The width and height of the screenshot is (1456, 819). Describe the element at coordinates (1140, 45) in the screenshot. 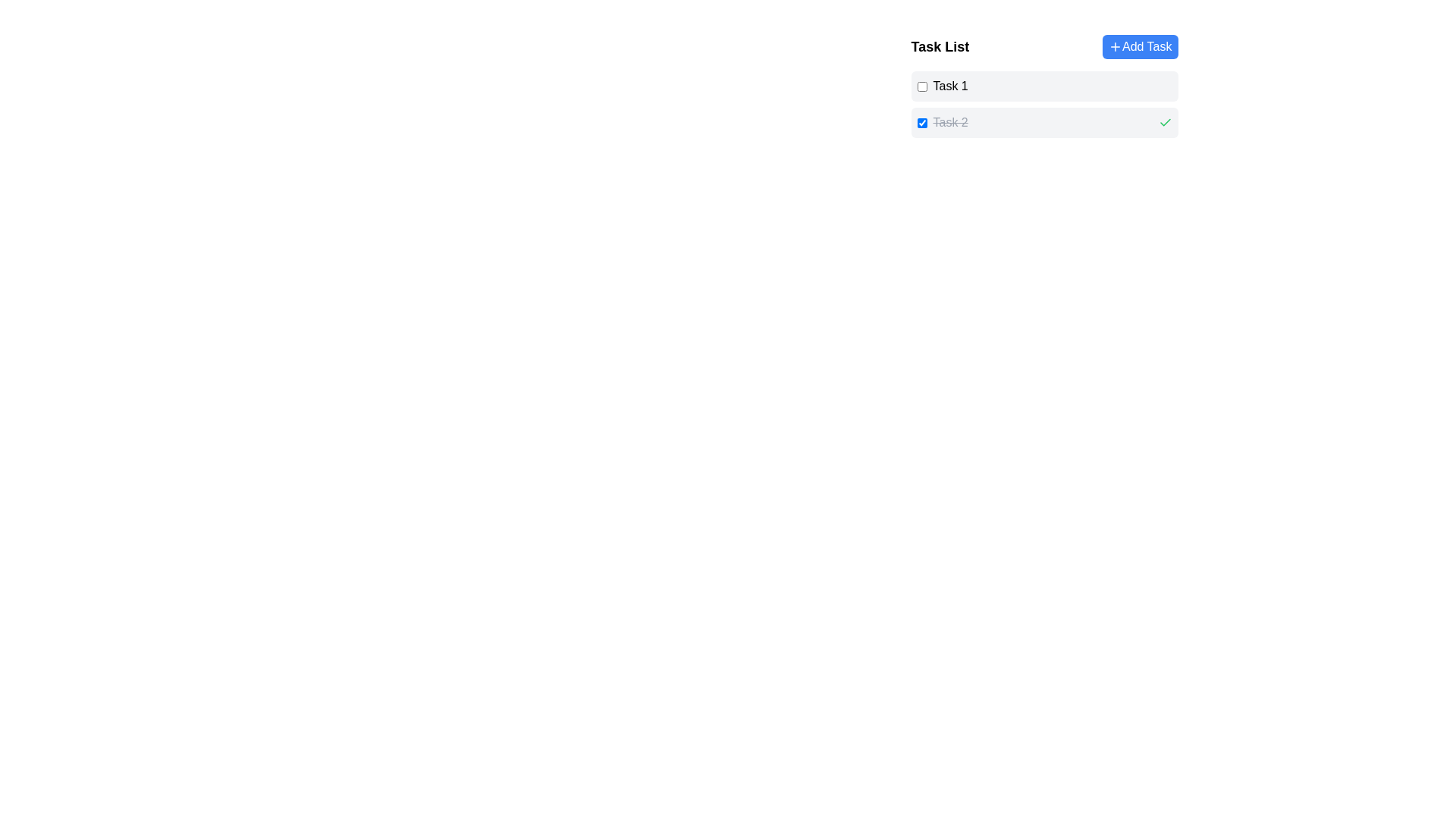

I see `the blue rectangular 'Add Task' button with a white plus icon located at the far-right of the 'Task List' header` at that location.